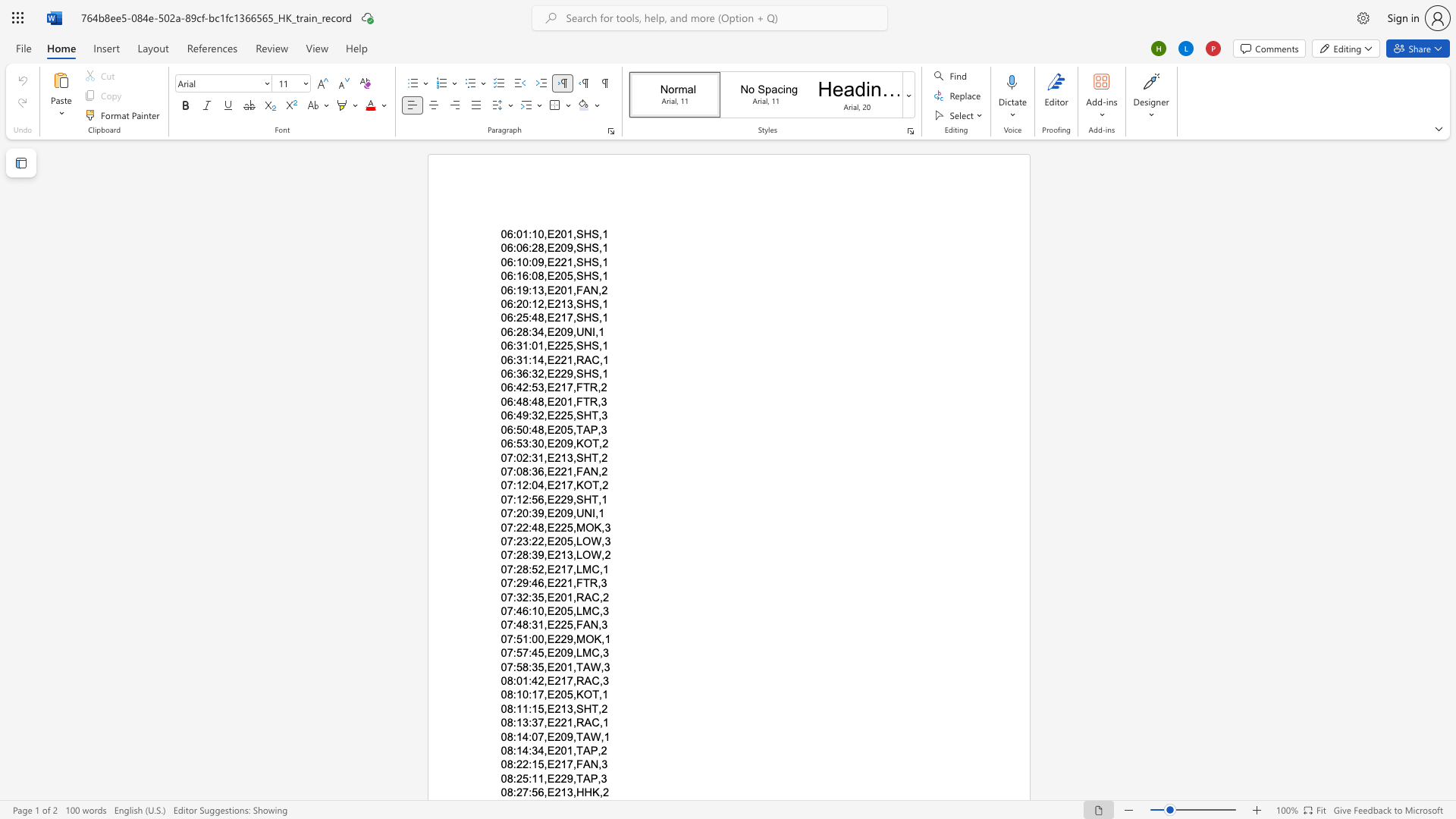 The width and height of the screenshot is (1456, 819). Describe the element at coordinates (522, 792) in the screenshot. I see `the subset text "7:56,E213" within the text "08:27:56,E213,HHK,2"` at that location.